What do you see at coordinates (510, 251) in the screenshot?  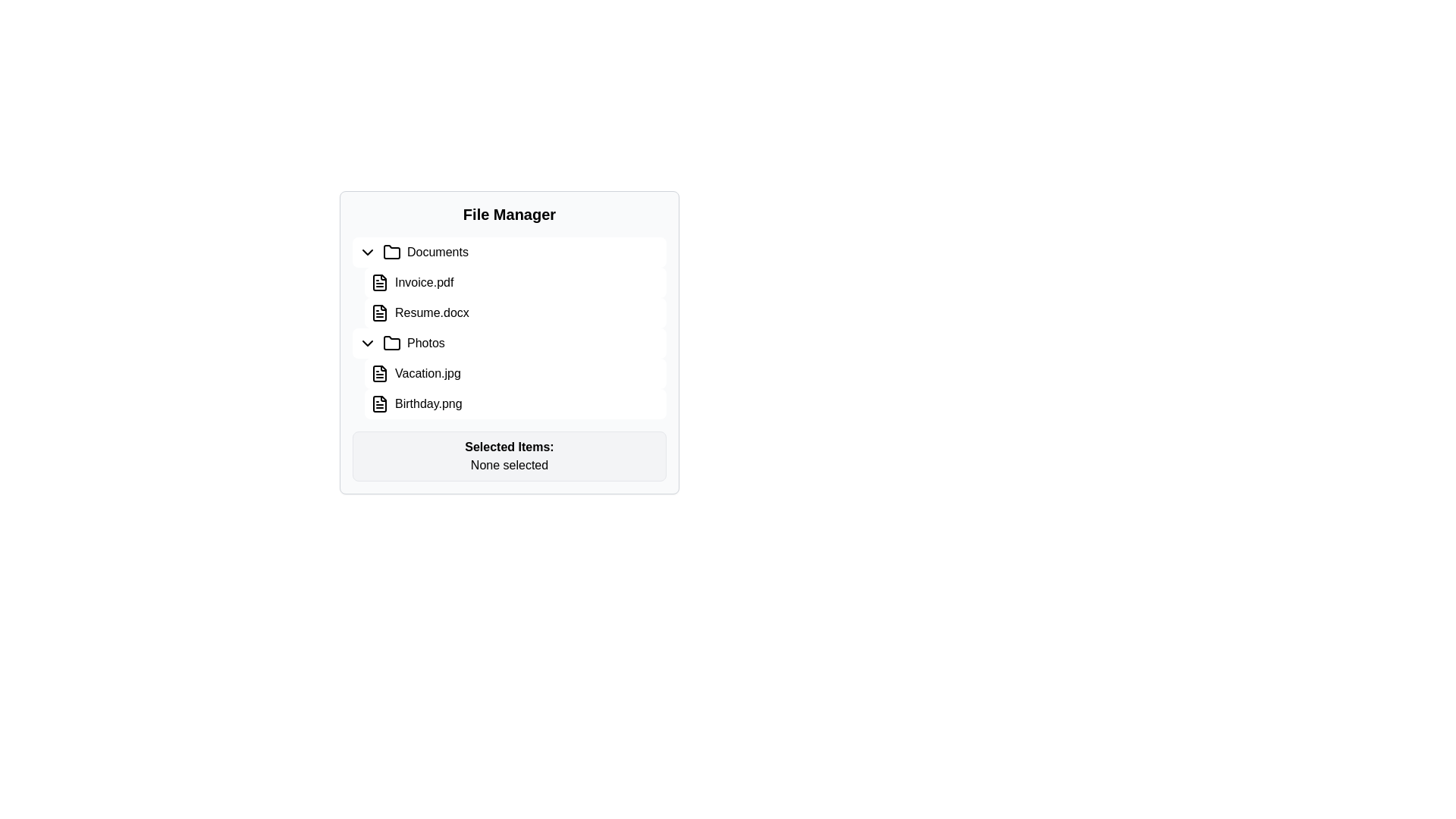 I see `the interactive list item representing a folder at the top of the file manager interface` at bounding box center [510, 251].